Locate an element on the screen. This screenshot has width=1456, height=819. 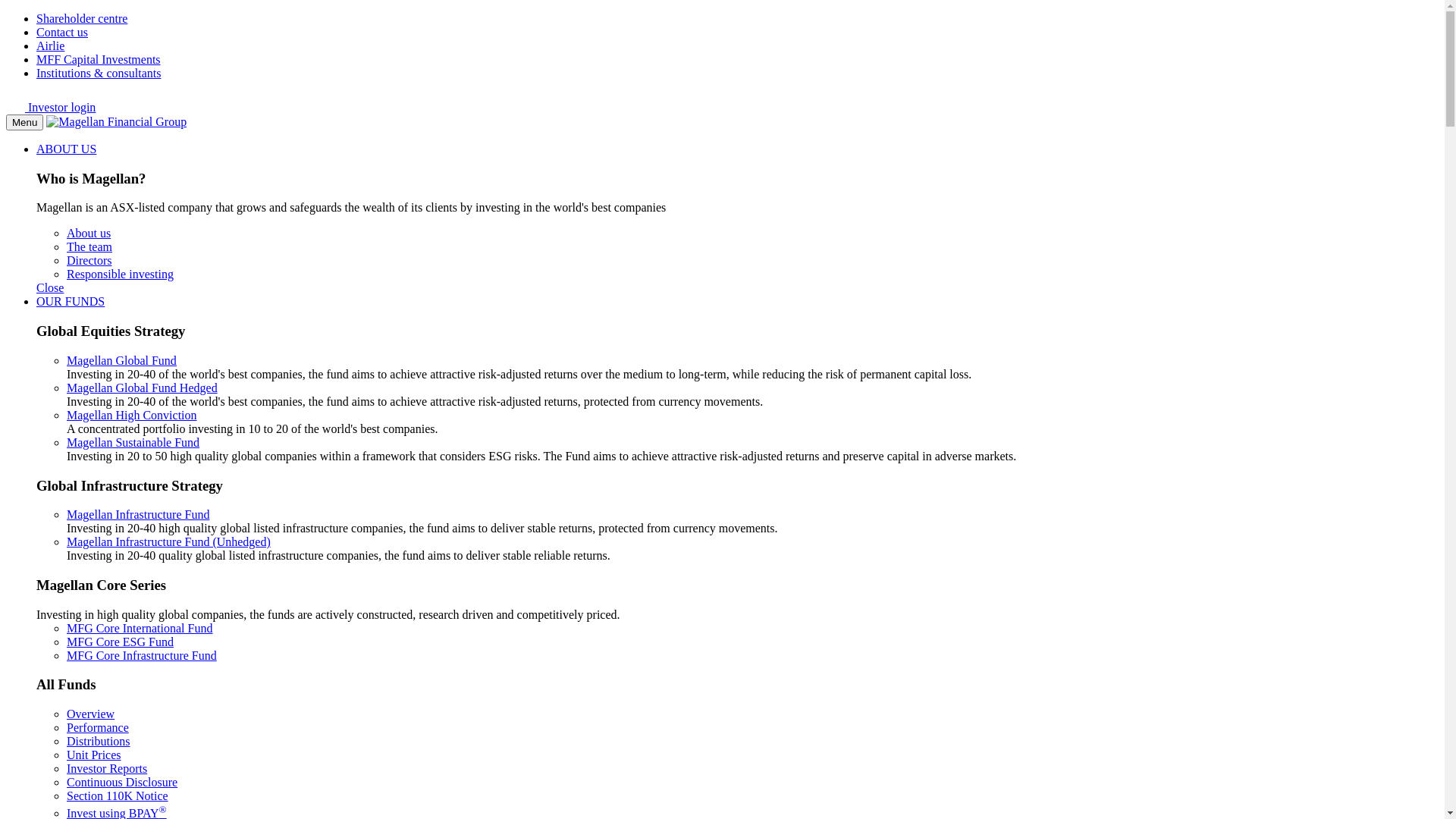
'Shareholder centre' is located at coordinates (80, 18).